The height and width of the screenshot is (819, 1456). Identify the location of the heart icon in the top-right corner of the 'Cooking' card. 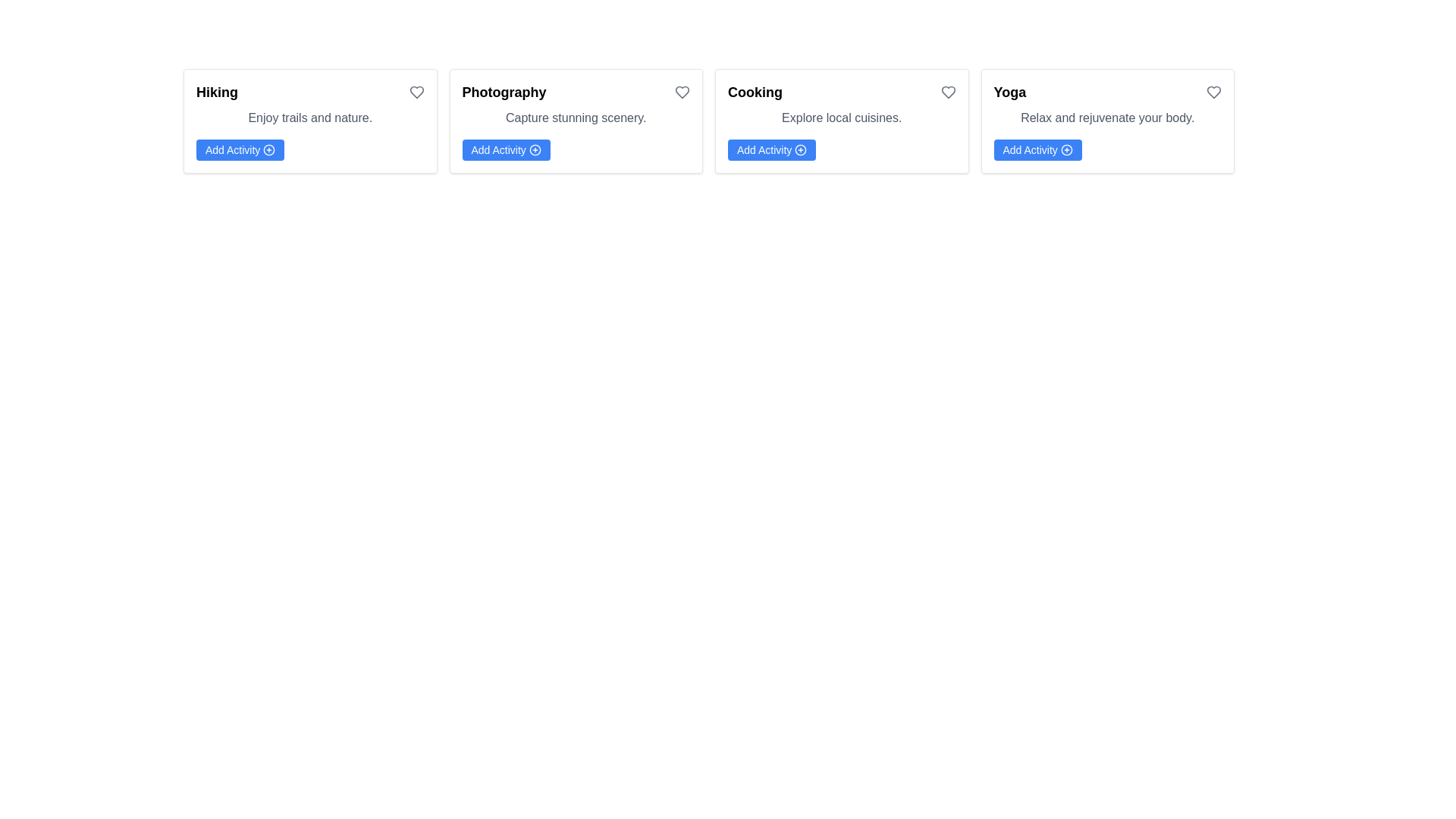
(946, 93).